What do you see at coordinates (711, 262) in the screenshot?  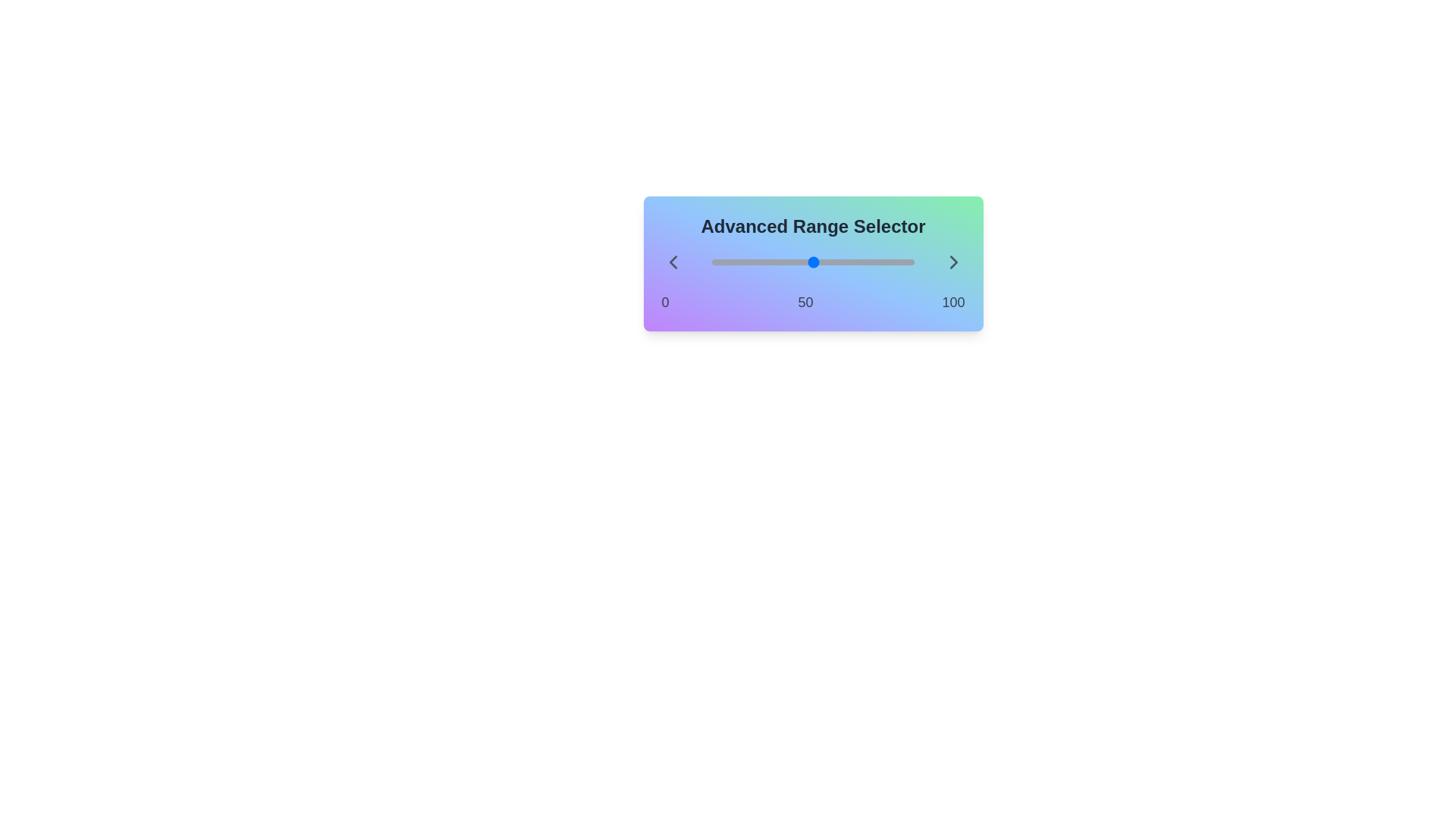 I see `the slider to set the range value to 26` at bounding box center [711, 262].